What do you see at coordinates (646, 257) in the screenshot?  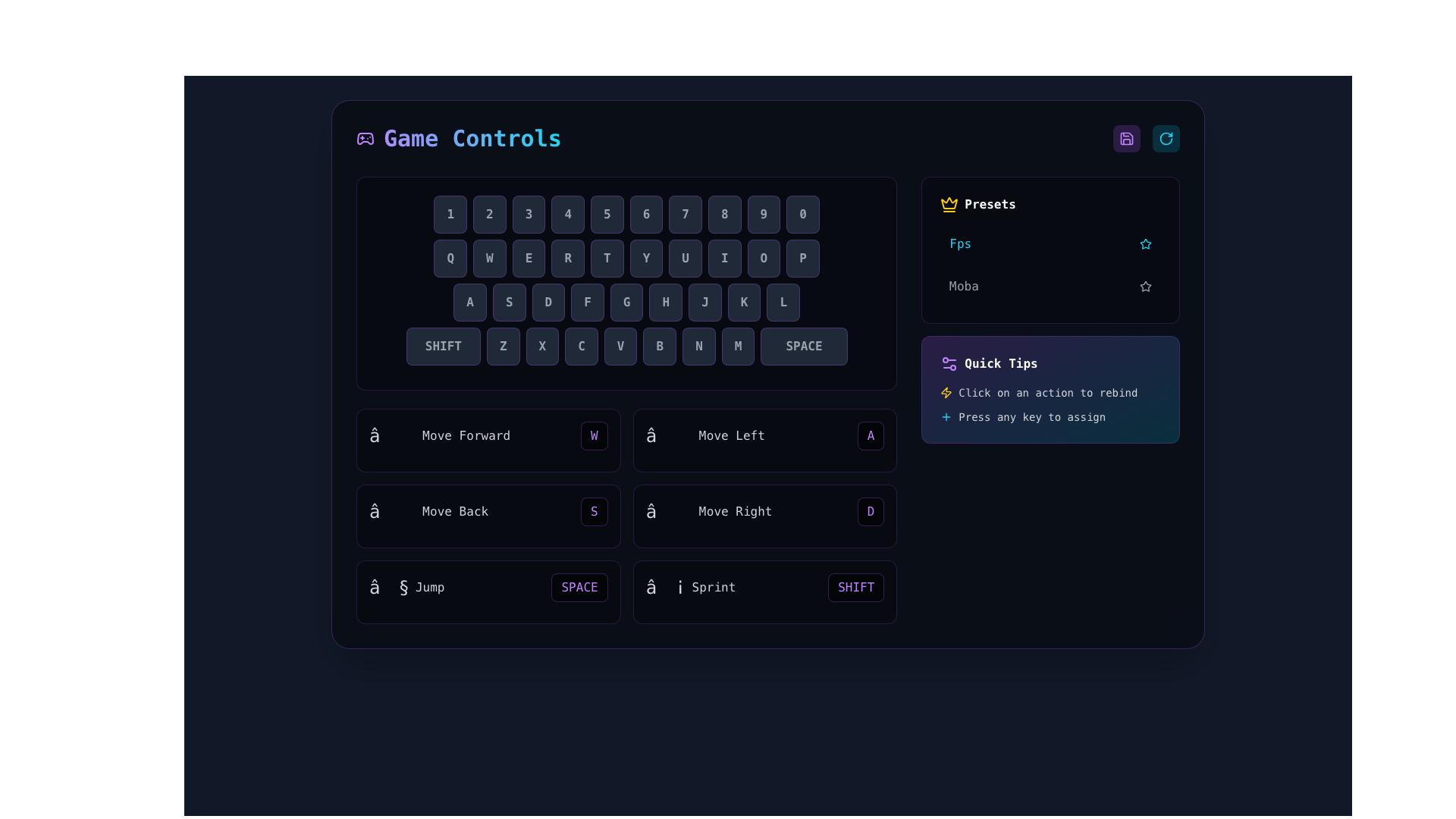 I see `the button with a dark gray background and light gray text displaying 'Y', which is the 6th button in a horizontal row of buttons labeled 'QWERTYUIOP'` at bounding box center [646, 257].